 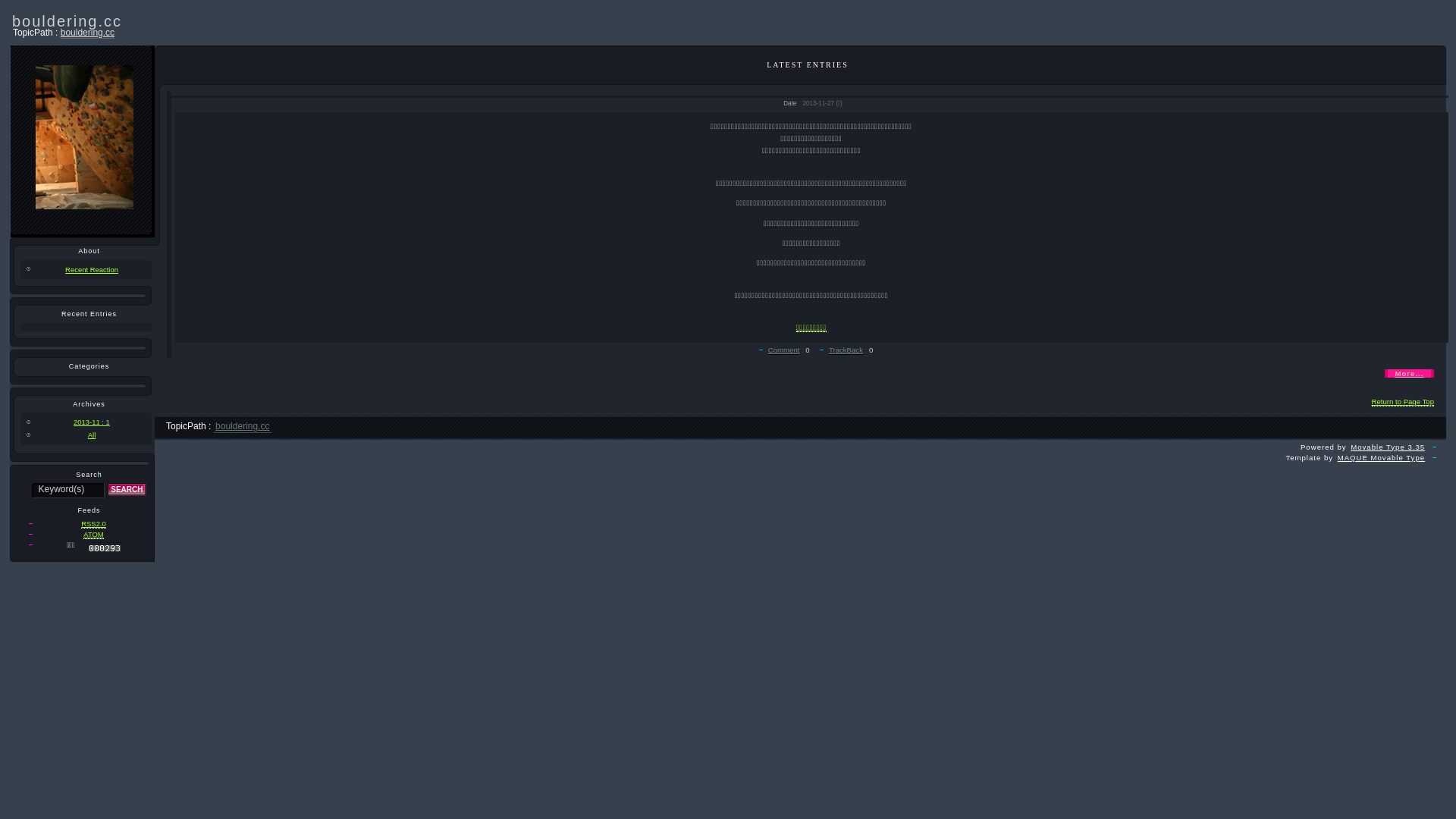 I want to click on 'All', so click(x=85, y=435).